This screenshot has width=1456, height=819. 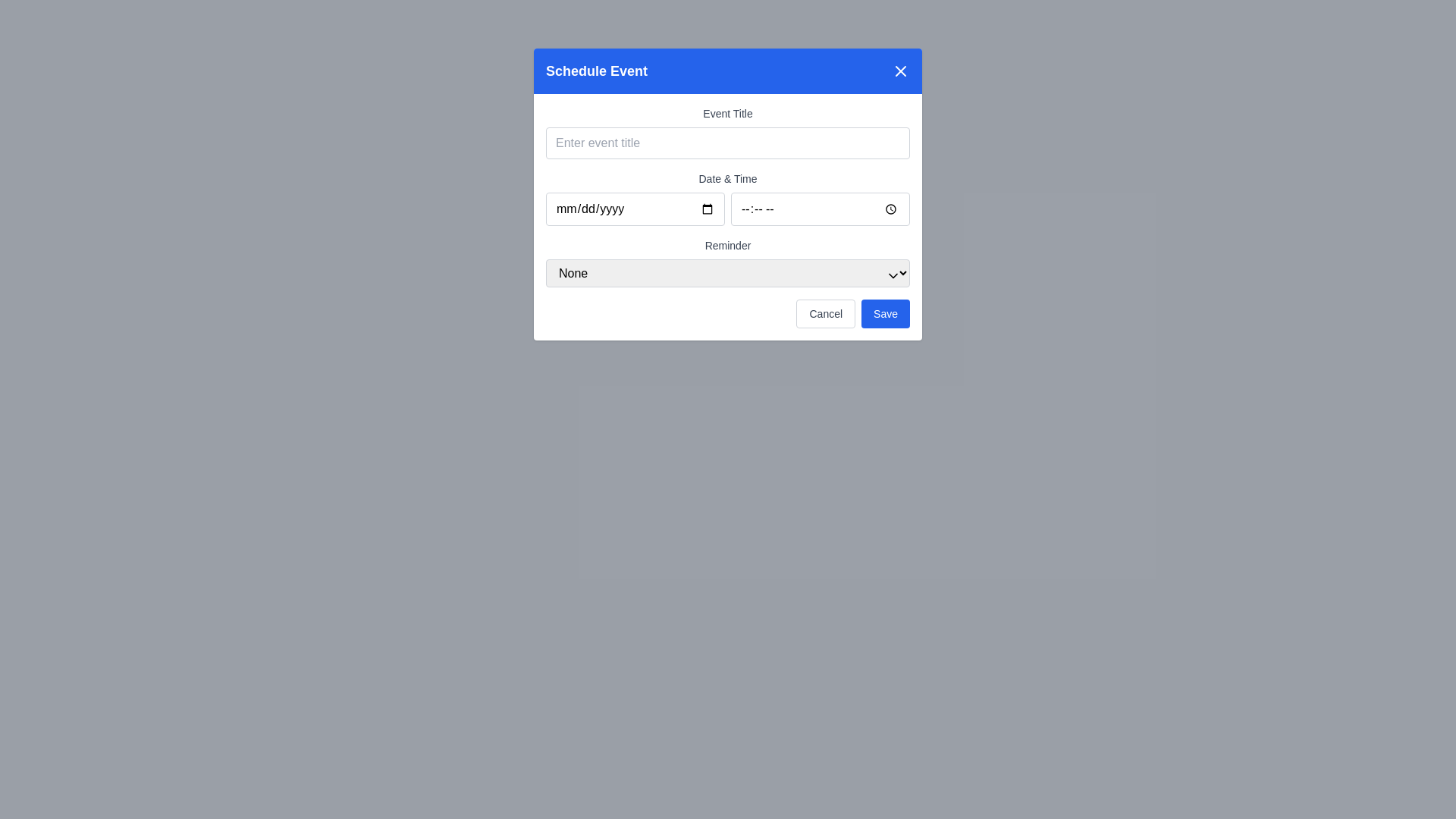 I want to click on the 'Reminder' dropdown menu in the 'Schedule Event' form, so click(x=728, y=262).